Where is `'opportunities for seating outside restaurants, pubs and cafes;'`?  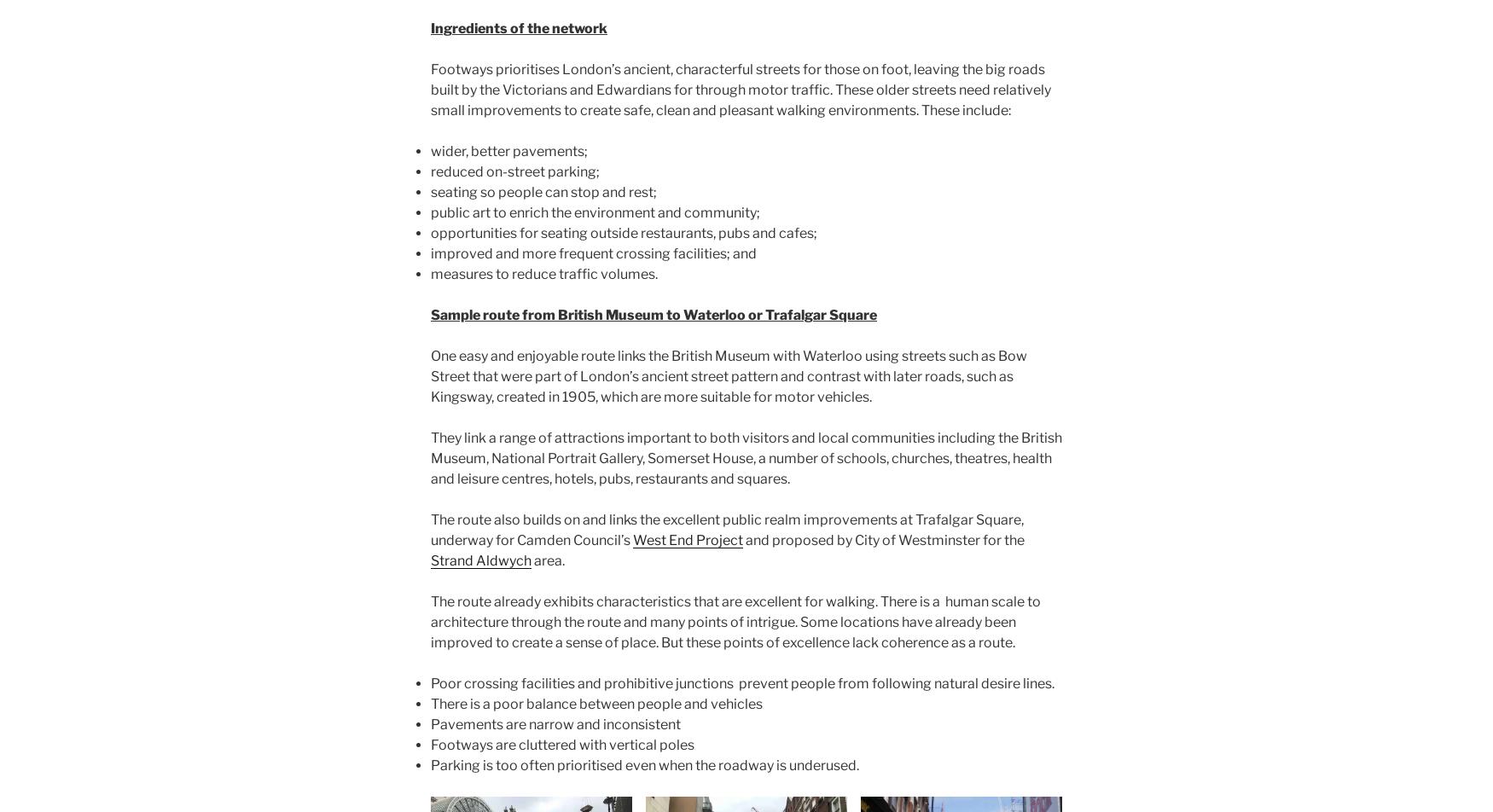
'opportunities for seating outside restaurants, pubs and cafes;' is located at coordinates (624, 233).